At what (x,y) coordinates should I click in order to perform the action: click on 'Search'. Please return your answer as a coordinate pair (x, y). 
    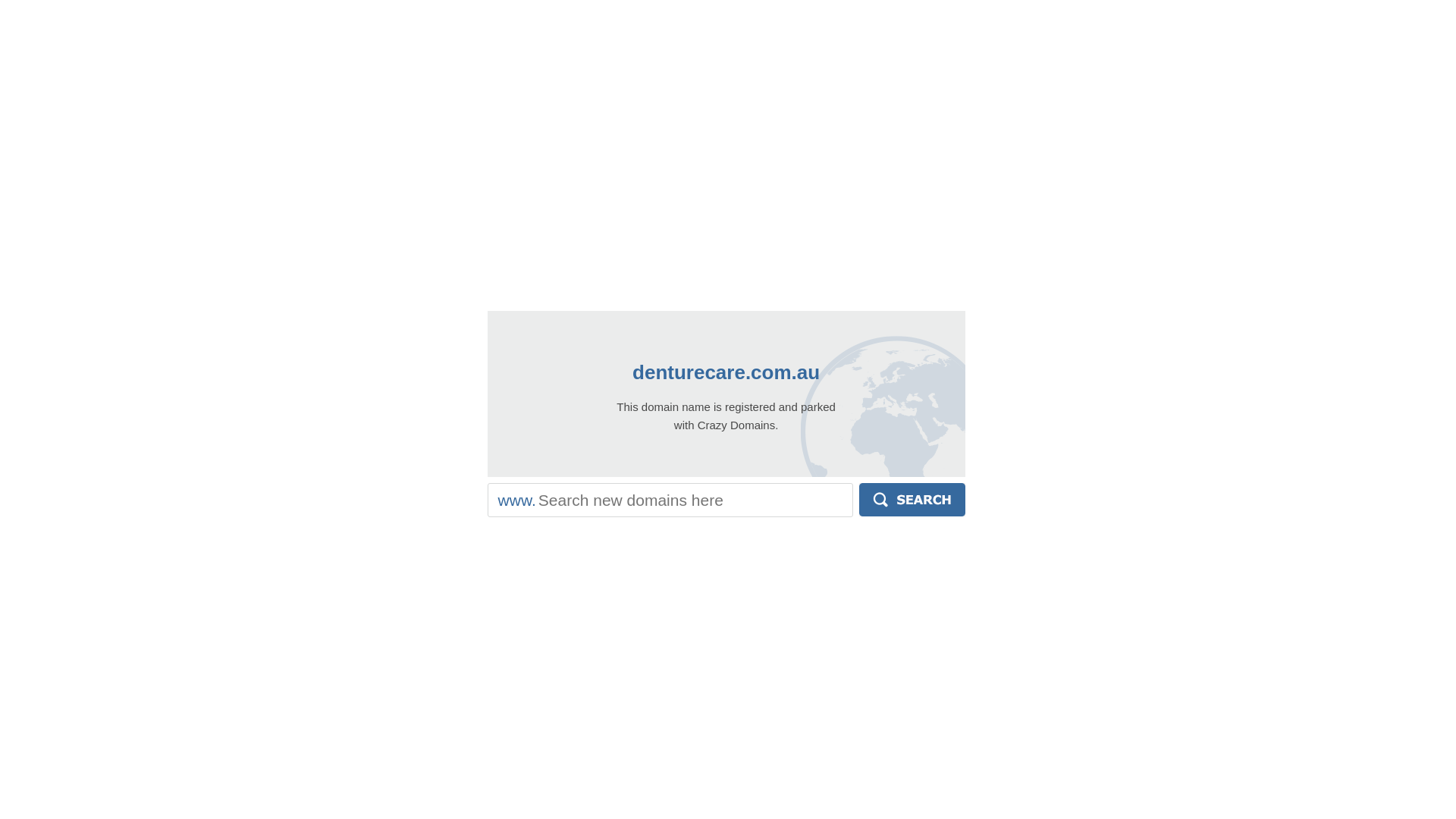
    Looking at the image, I should click on (912, 500).